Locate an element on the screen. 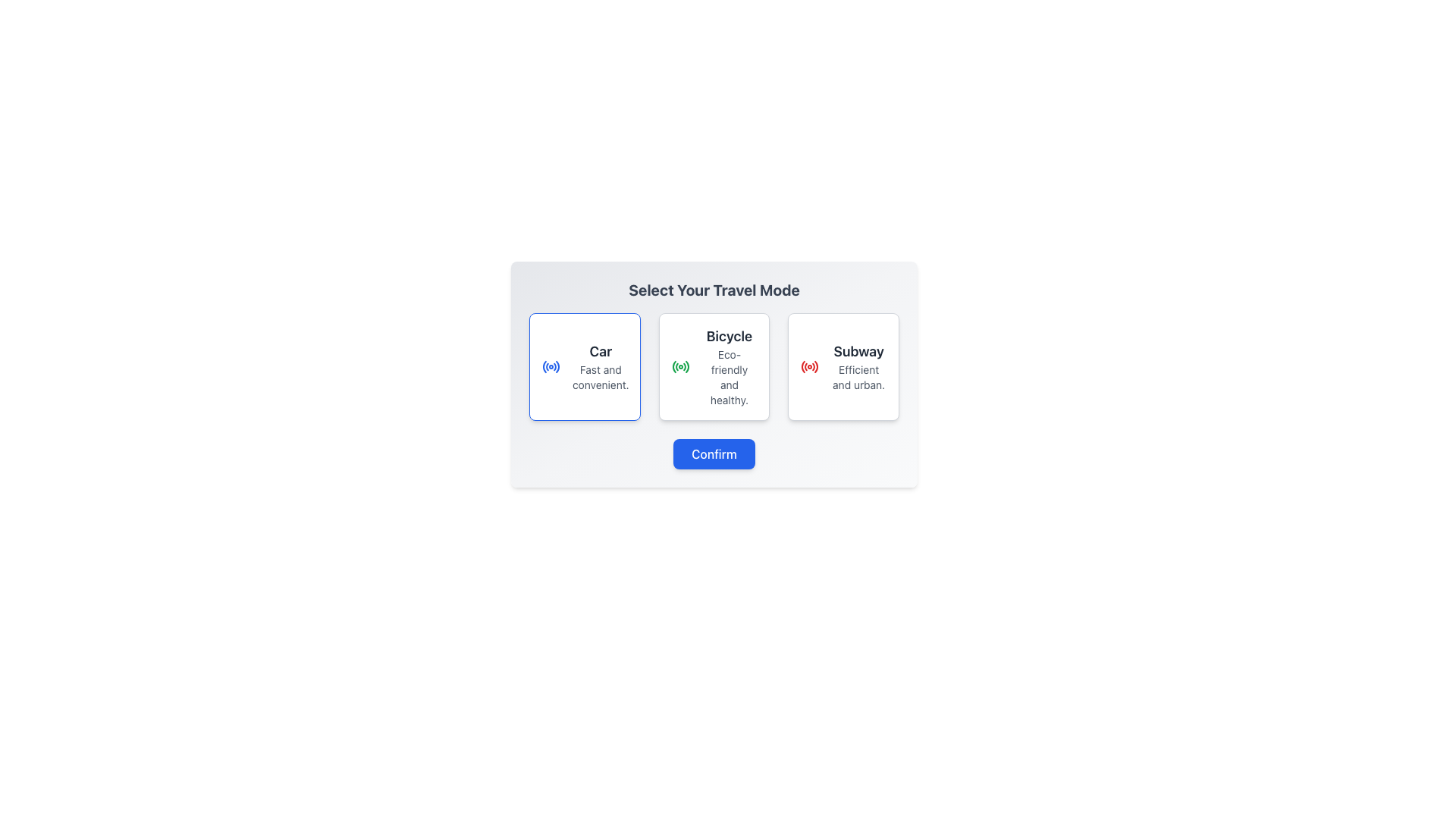  text displayed in the card about the bicycle, which highlights its eco-friendly and health benefits is located at coordinates (729, 366).